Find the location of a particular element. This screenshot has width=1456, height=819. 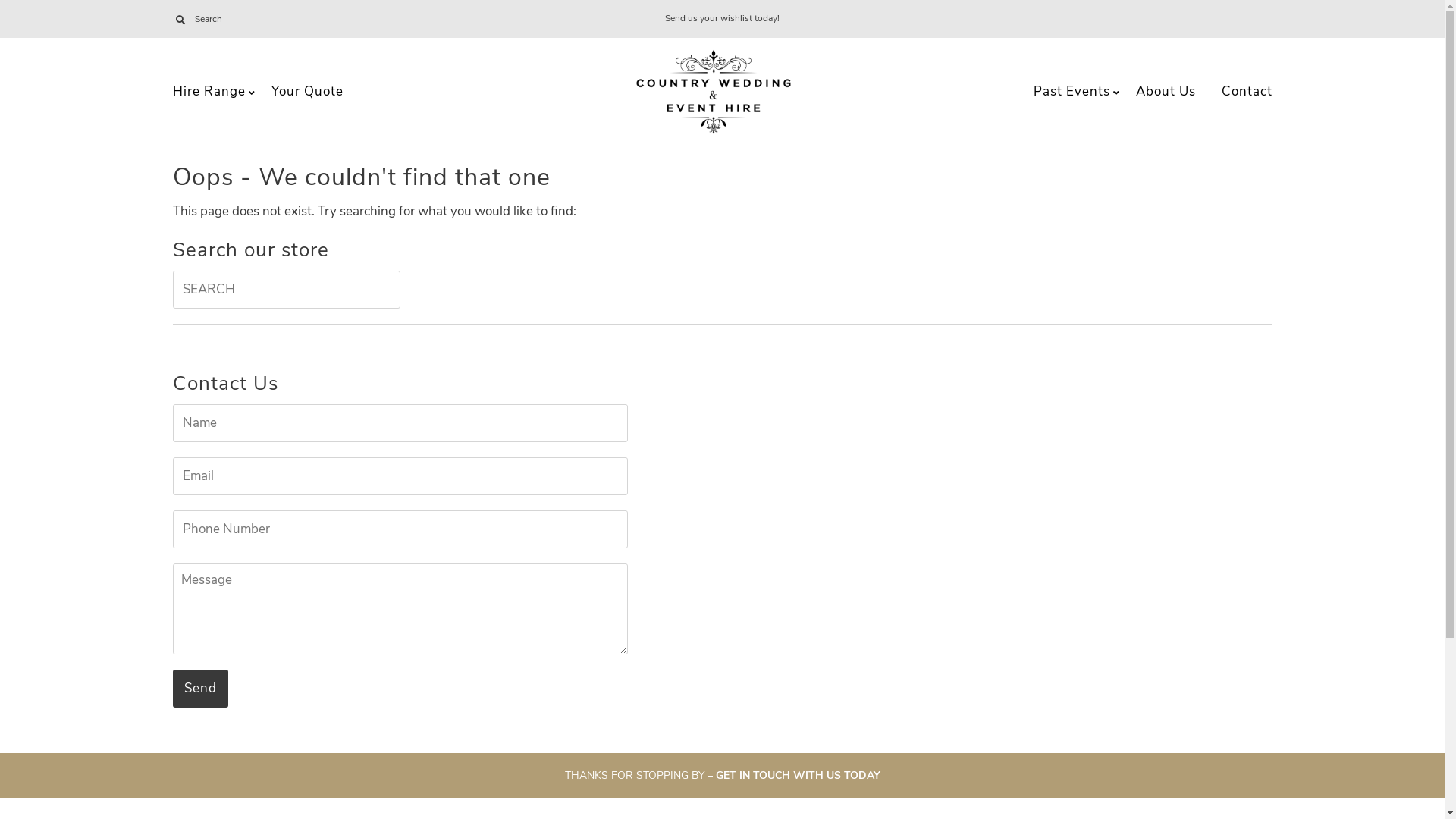

'Contact' is located at coordinates (1247, 91).